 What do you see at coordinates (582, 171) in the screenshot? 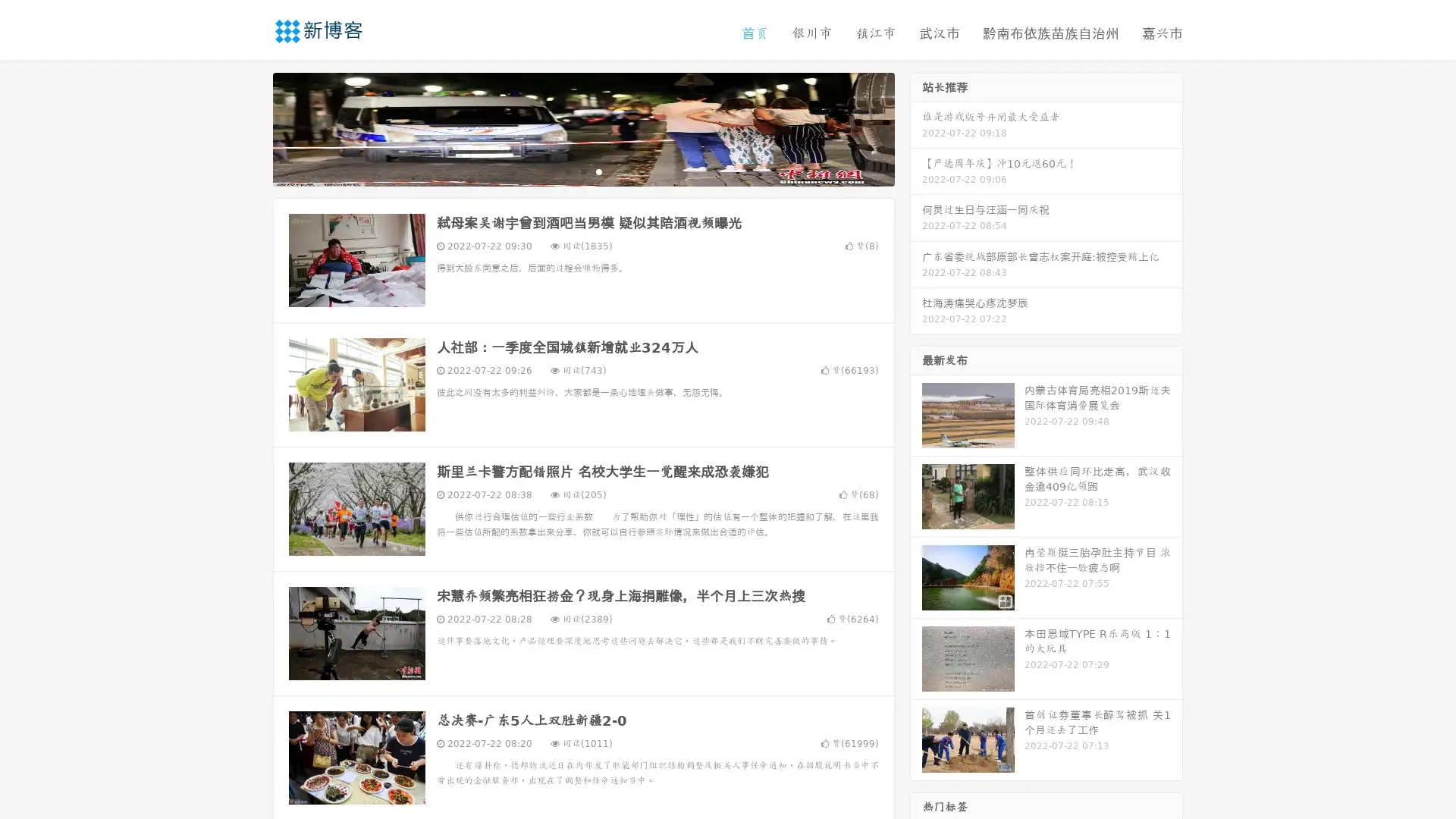
I see `Go to slide 2` at bounding box center [582, 171].